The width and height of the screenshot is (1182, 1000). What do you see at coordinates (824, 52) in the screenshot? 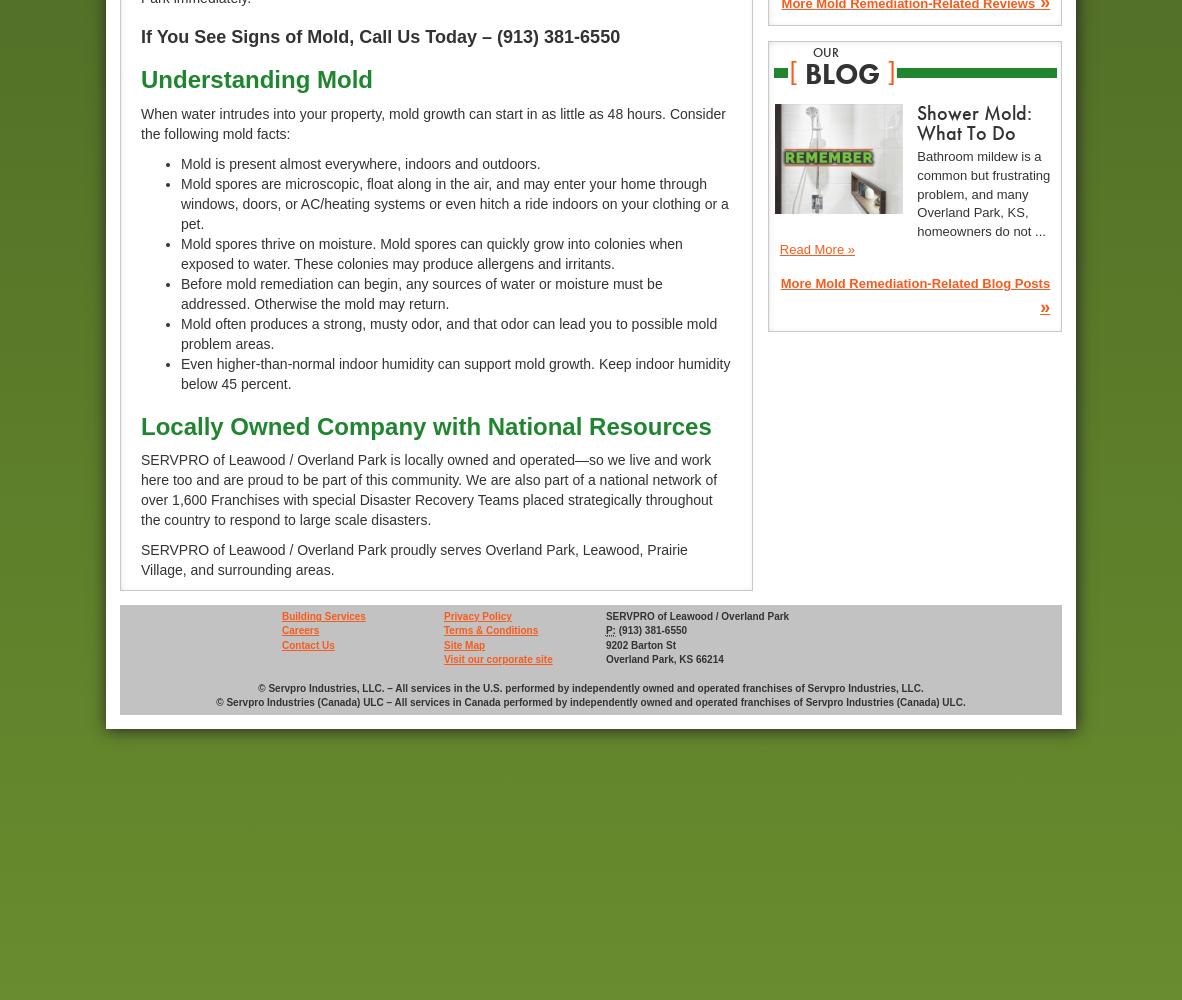
I see `'our'` at bounding box center [824, 52].